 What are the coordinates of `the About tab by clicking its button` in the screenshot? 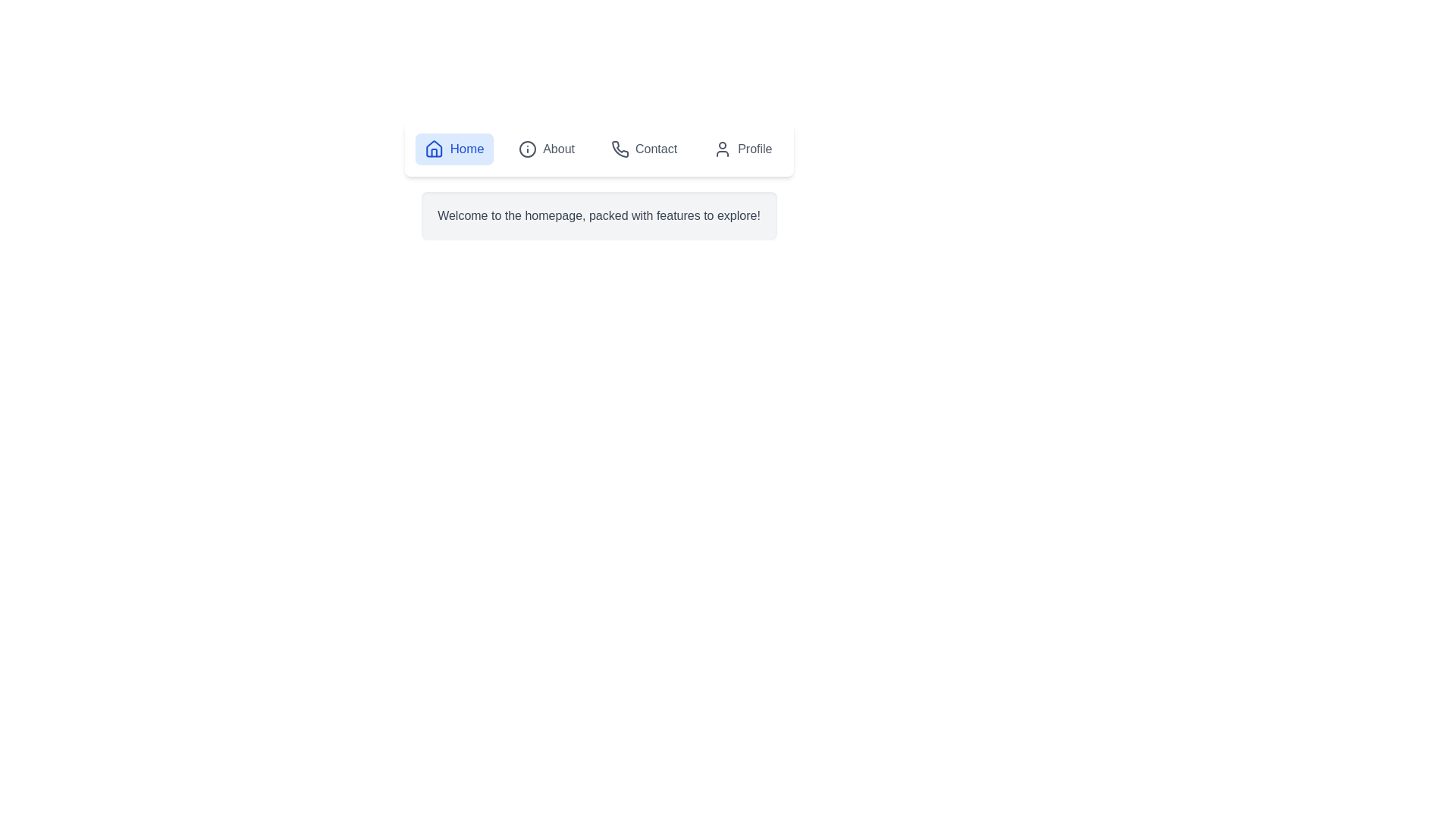 It's located at (546, 149).